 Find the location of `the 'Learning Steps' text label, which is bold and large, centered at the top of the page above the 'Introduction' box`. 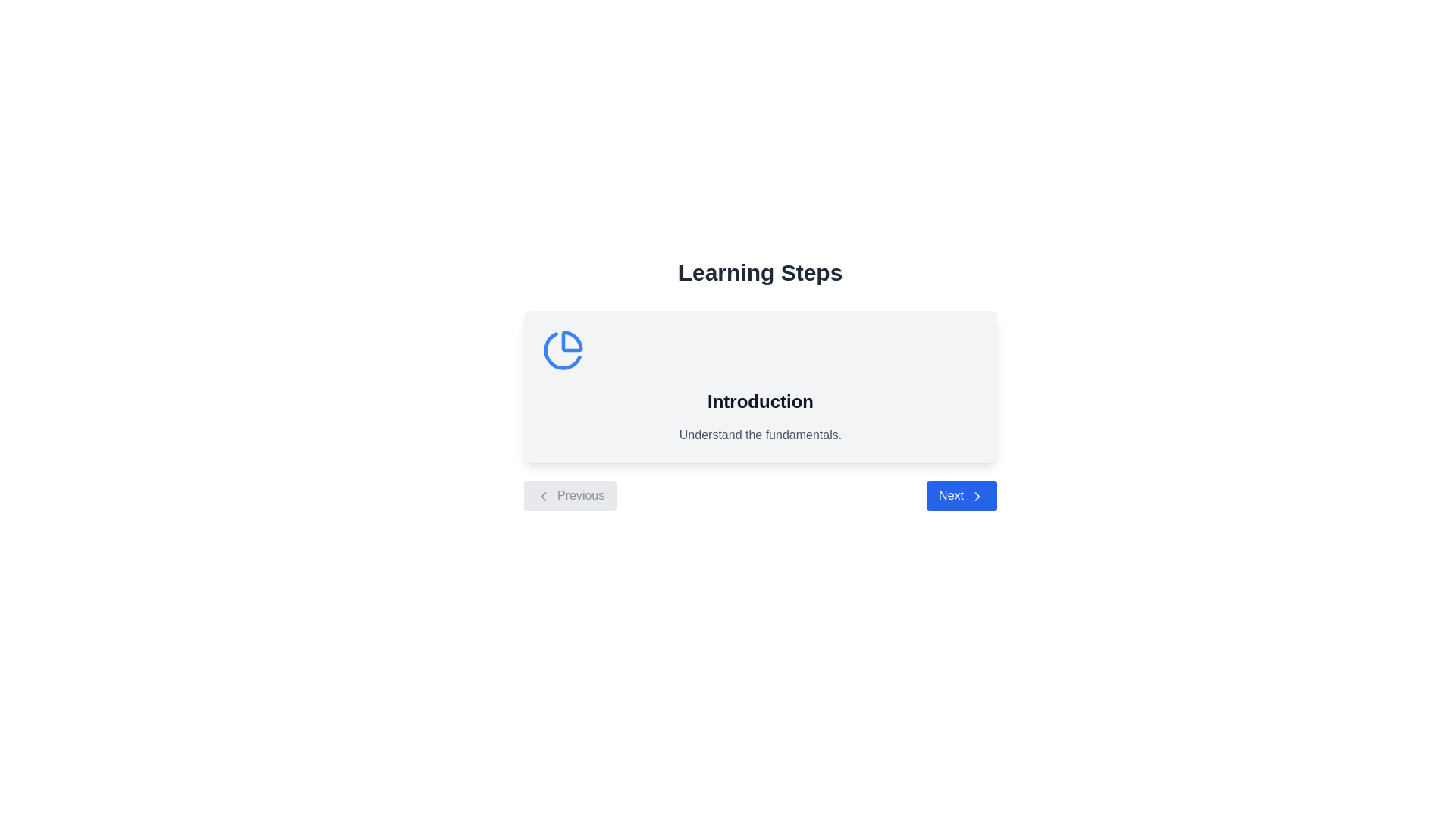

the 'Learning Steps' text label, which is bold and large, centered at the top of the page above the 'Introduction' box is located at coordinates (761, 271).